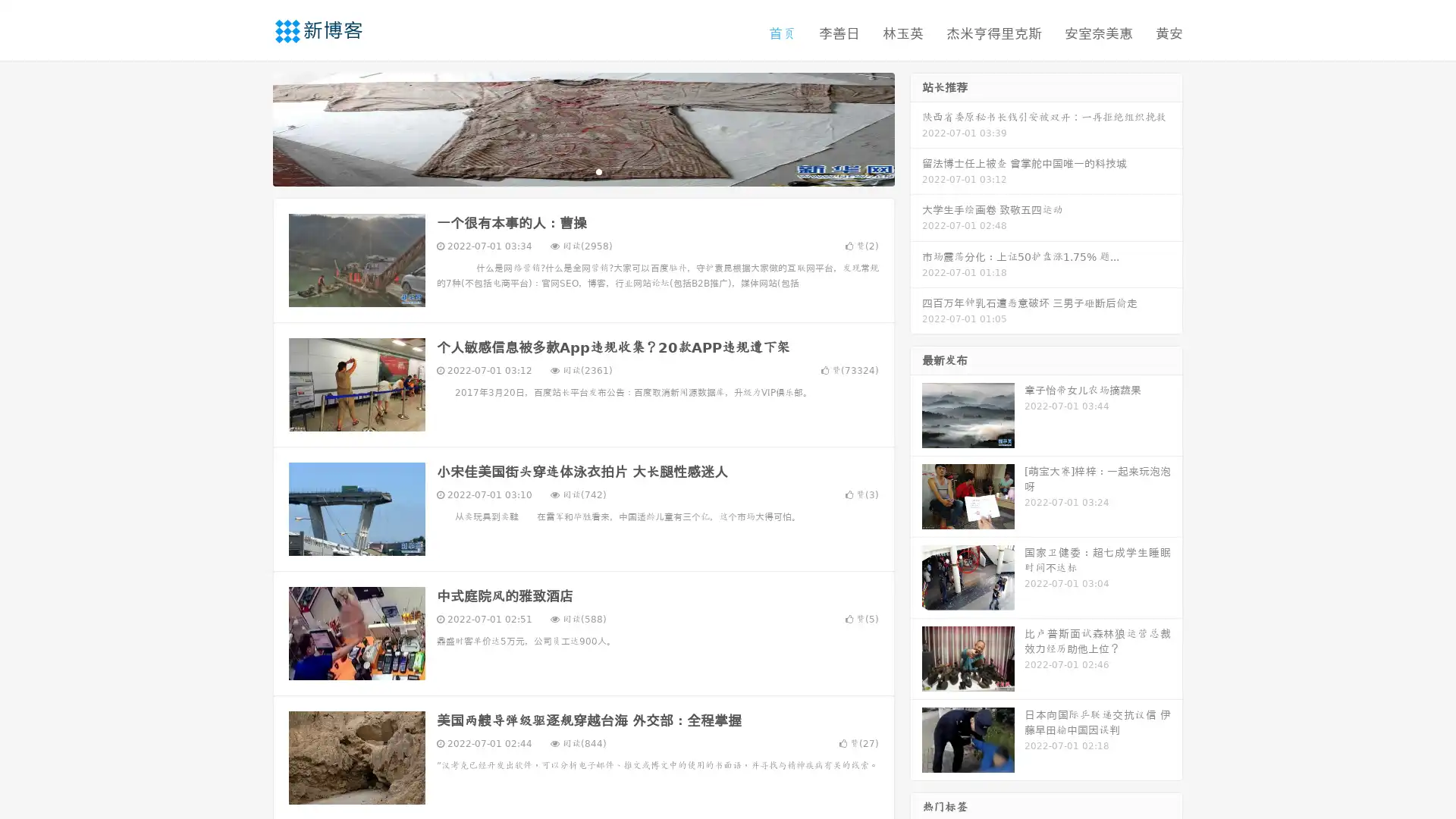  Describe the element at coordinates (567, 171) in the screenshot. I see `Go to slide 1` at that location.